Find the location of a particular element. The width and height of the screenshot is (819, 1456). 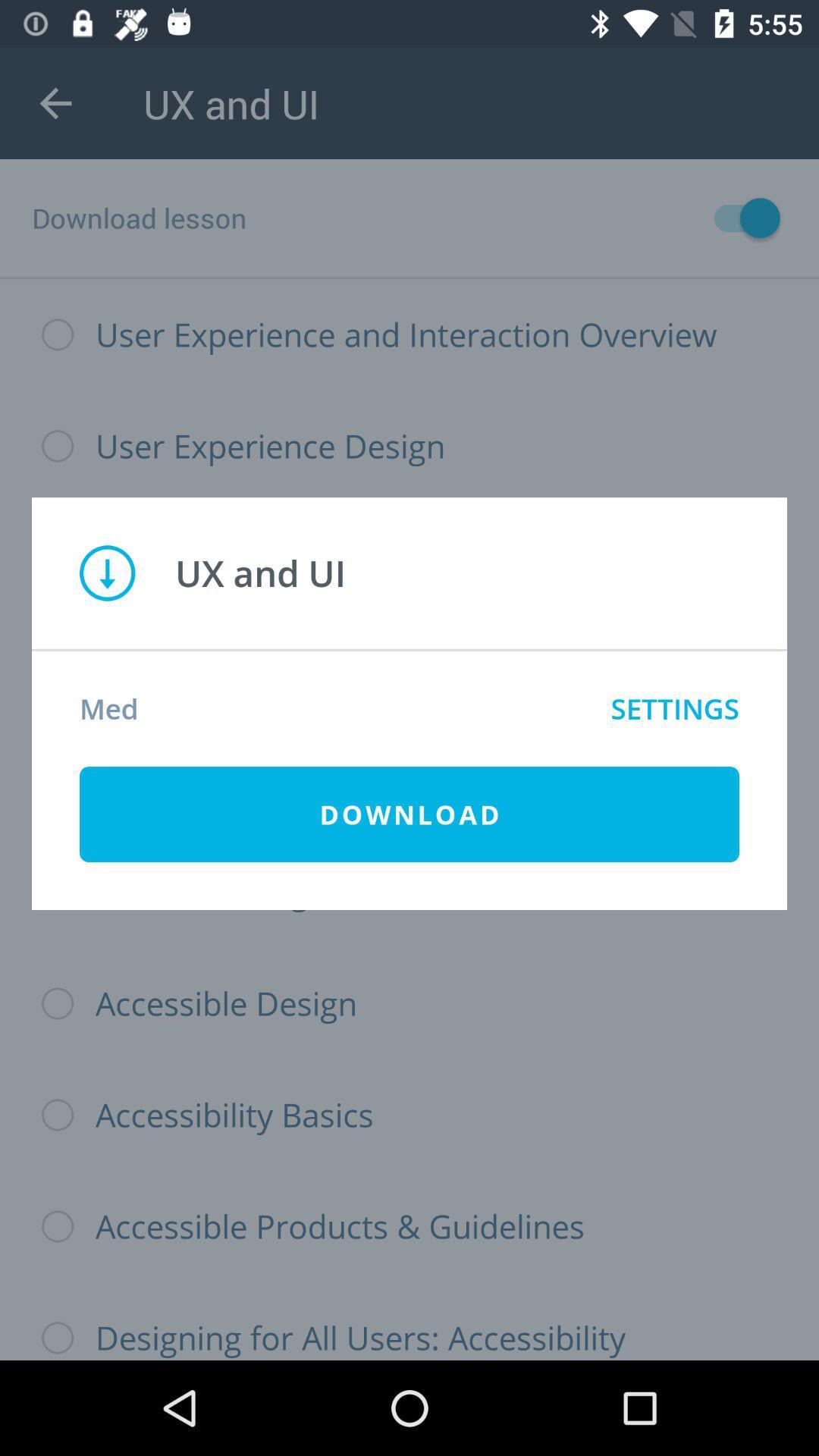

the icon above the download is located at coordinates (674, 708).